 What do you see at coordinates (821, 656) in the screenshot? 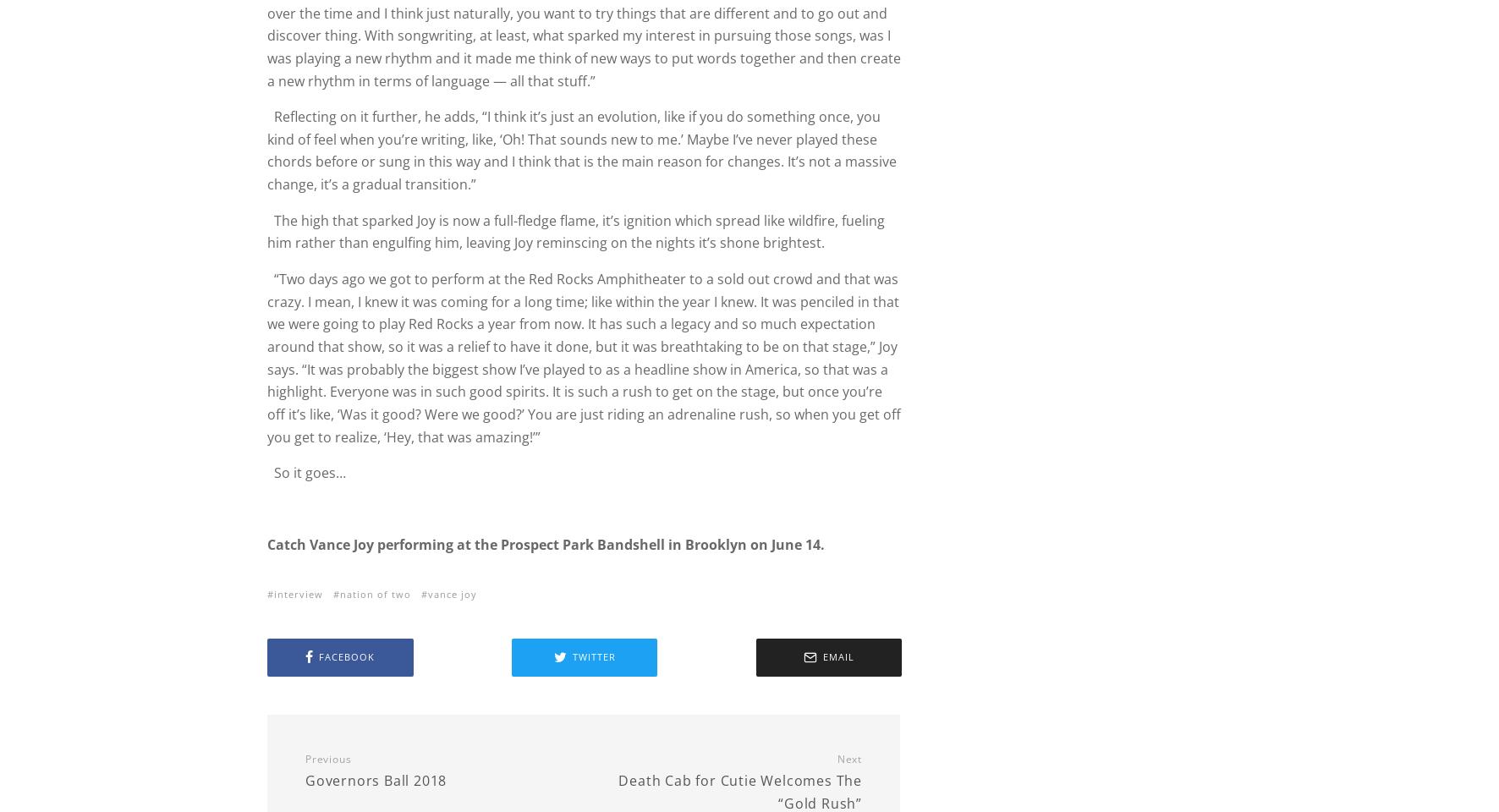
I see `'Email'` at bounding box center [821, 656].